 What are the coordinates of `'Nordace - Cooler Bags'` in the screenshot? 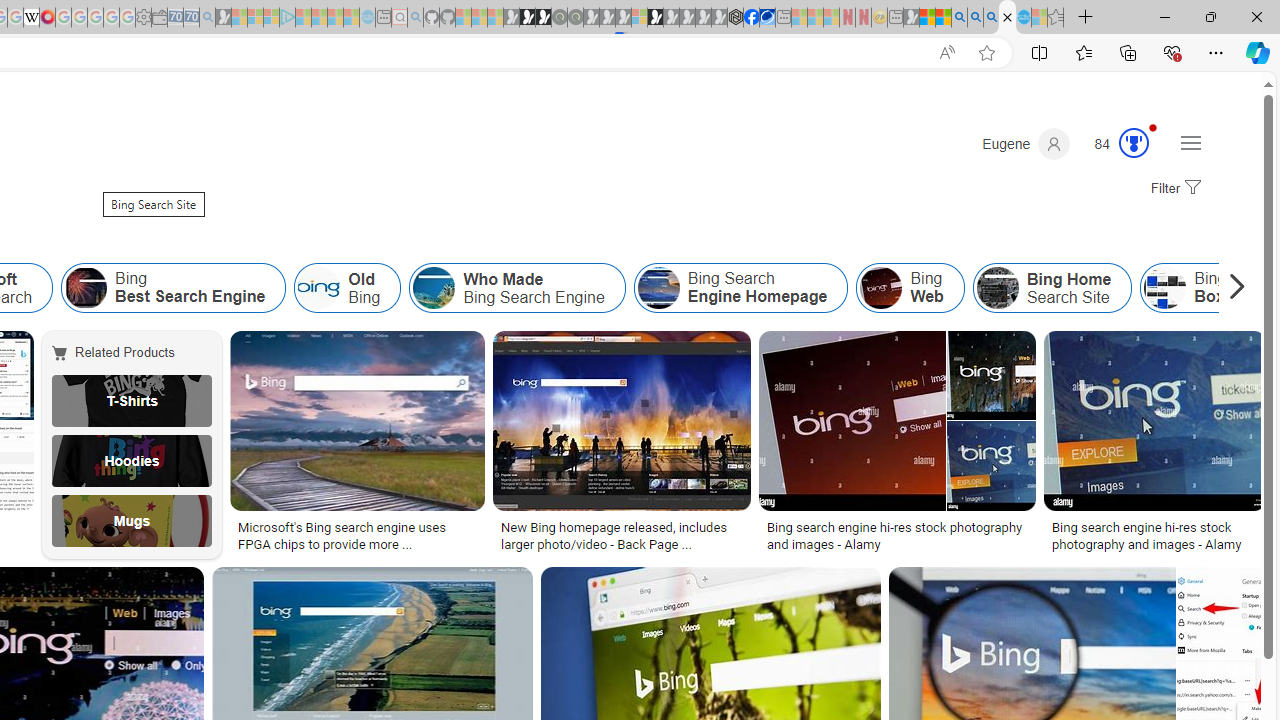 It's located at (735, 17).